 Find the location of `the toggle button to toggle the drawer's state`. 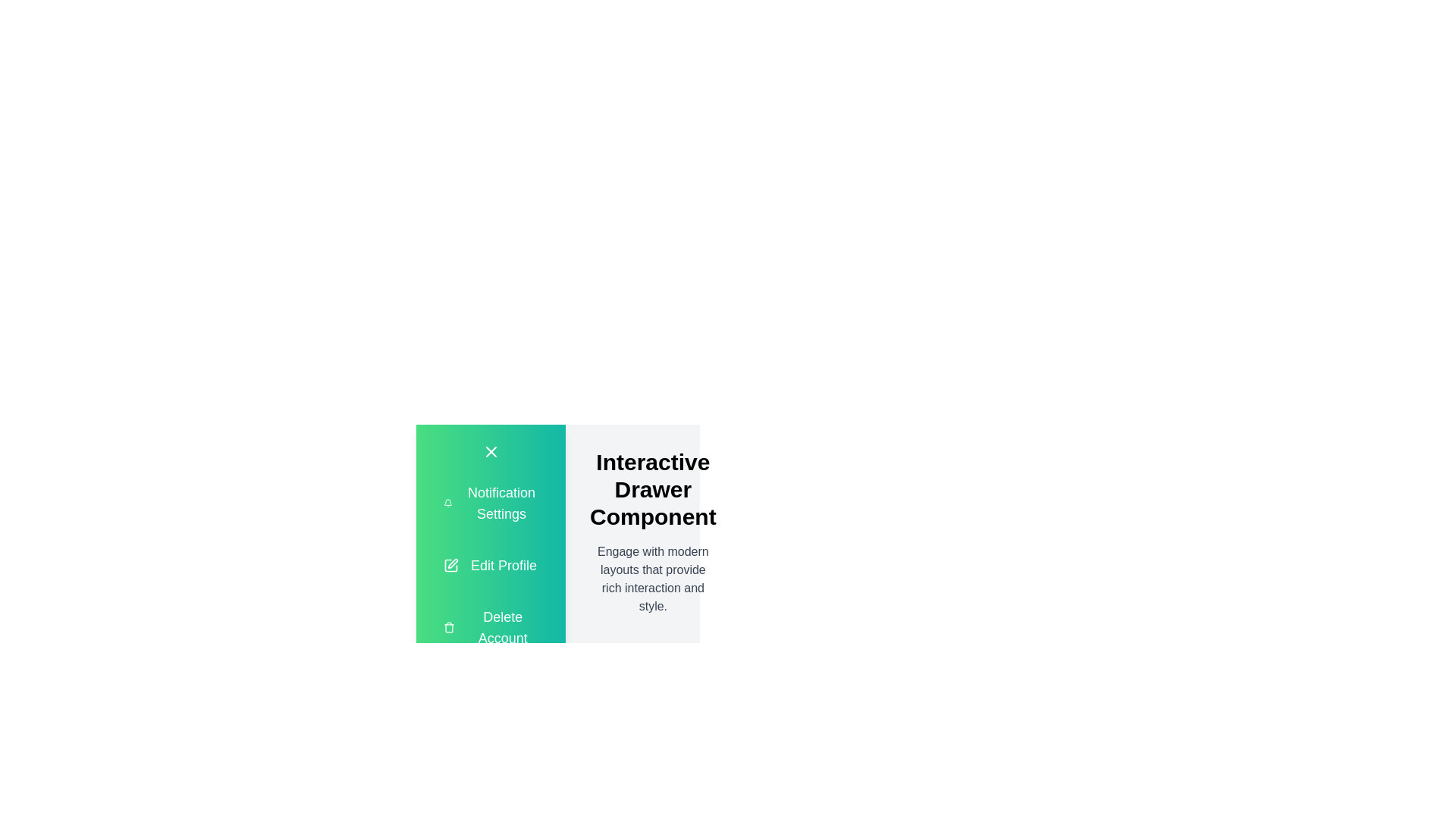

the toggle button to toggle the drawer's state is located at coordinates (491, 451).